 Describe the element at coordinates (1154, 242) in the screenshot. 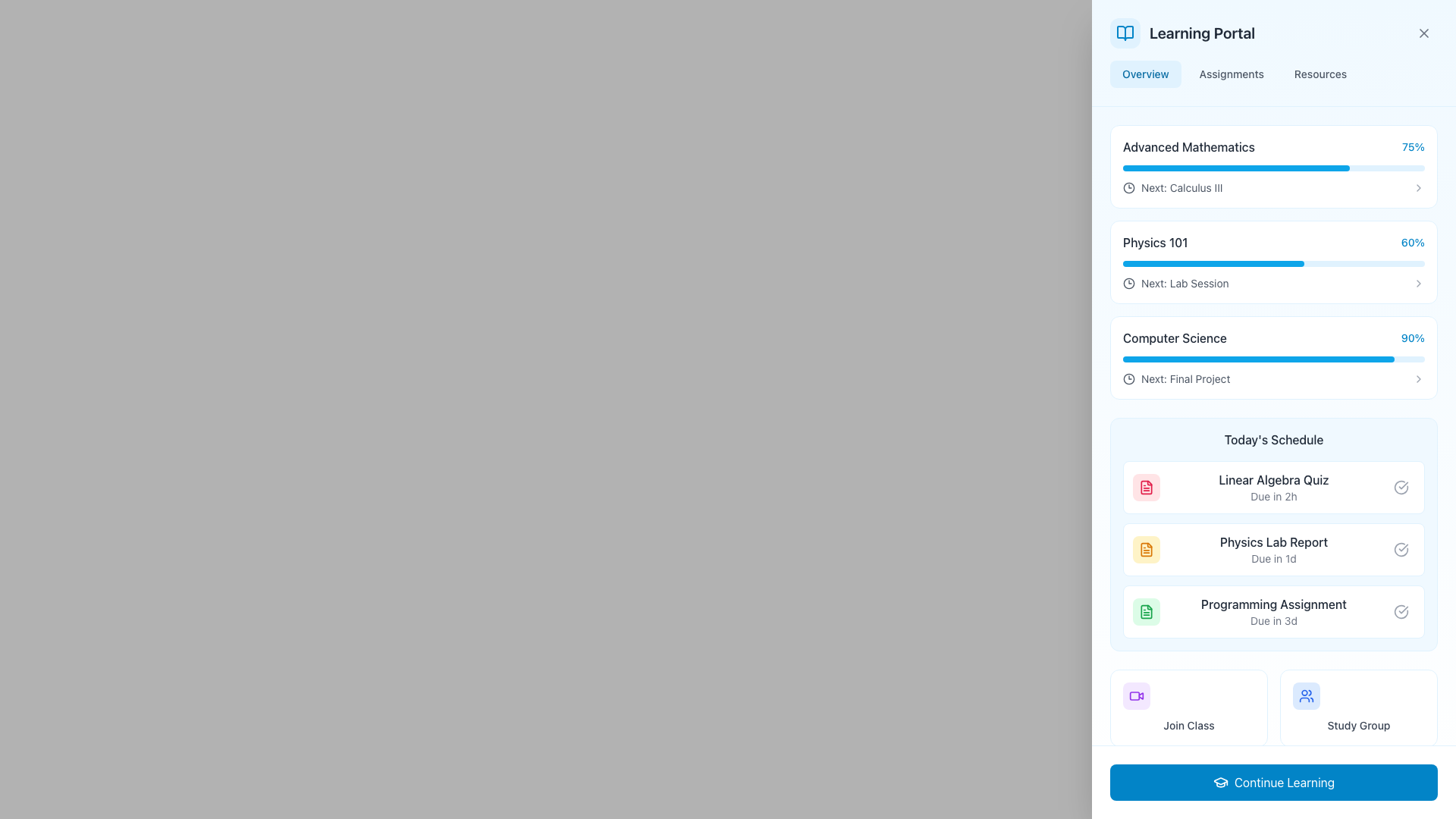

I see `the Text Label displaying 'Physics 101', which is styled in dark gray and located below 'Advanced Mathematics' in the vertical list` at that location.